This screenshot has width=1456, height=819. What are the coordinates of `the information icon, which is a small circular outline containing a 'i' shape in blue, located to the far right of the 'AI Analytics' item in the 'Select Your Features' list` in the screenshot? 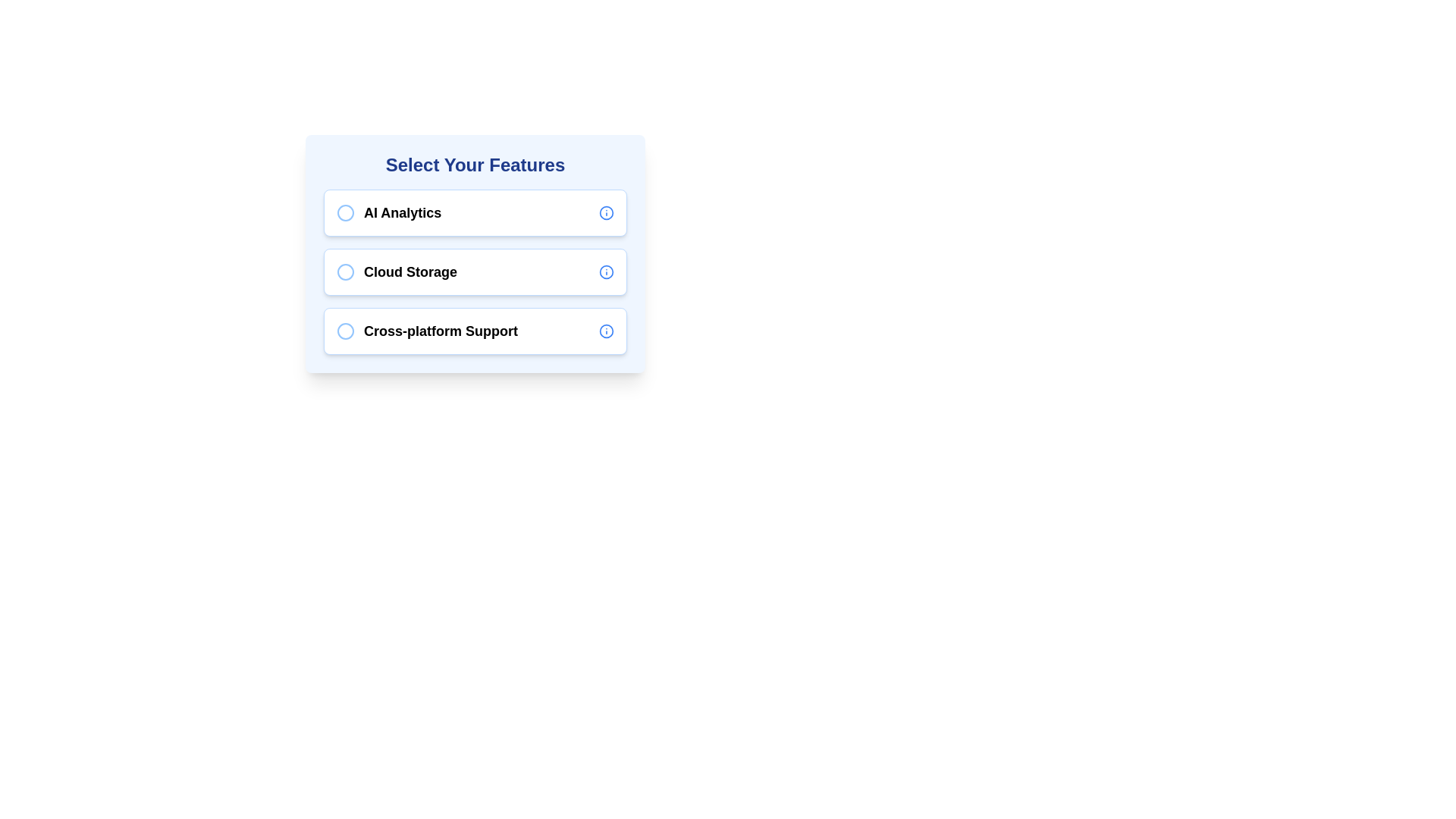 It's located at (607, 213).